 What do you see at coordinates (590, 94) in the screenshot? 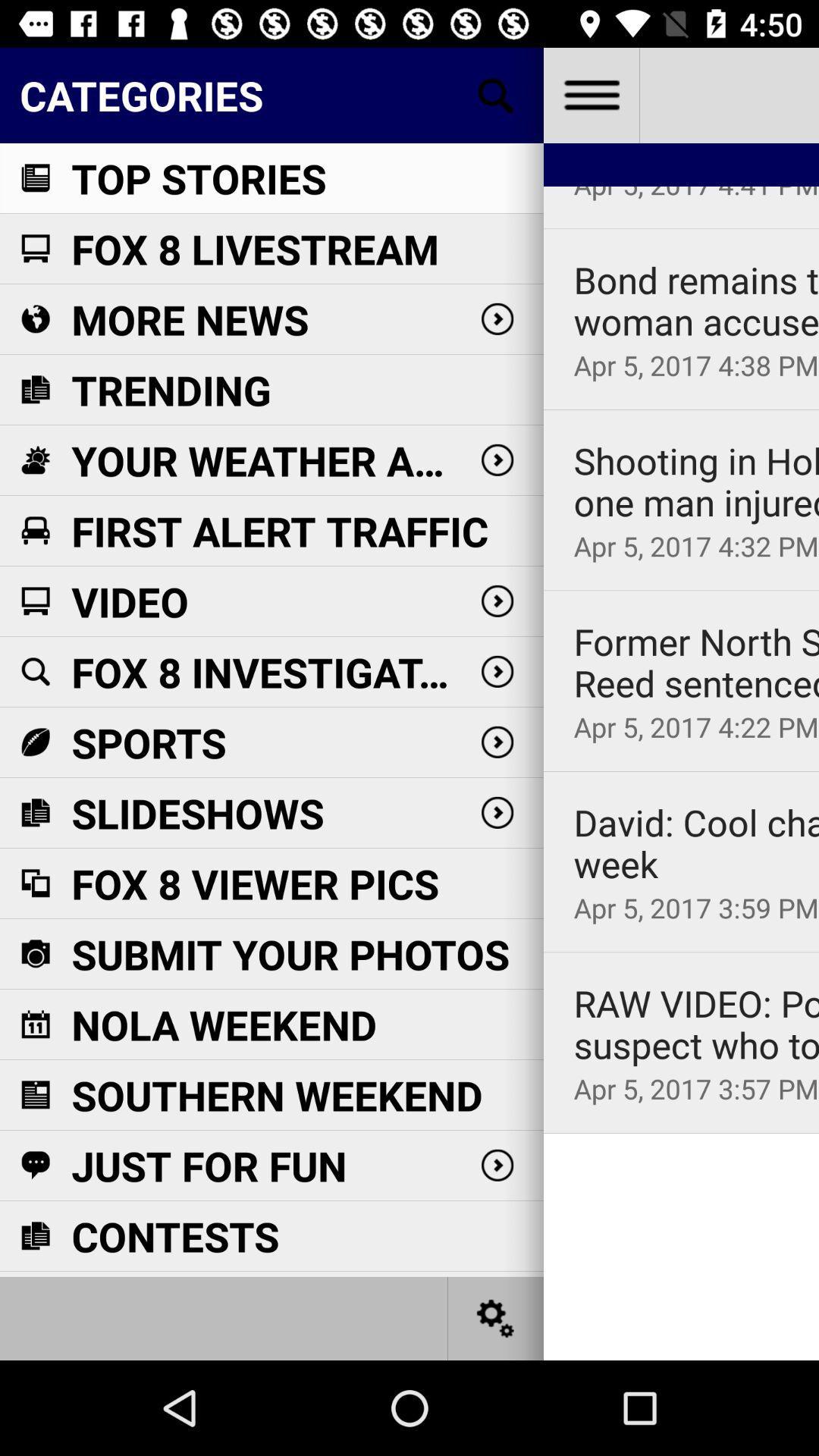
I see `more options` at bounding box center [590, 94].